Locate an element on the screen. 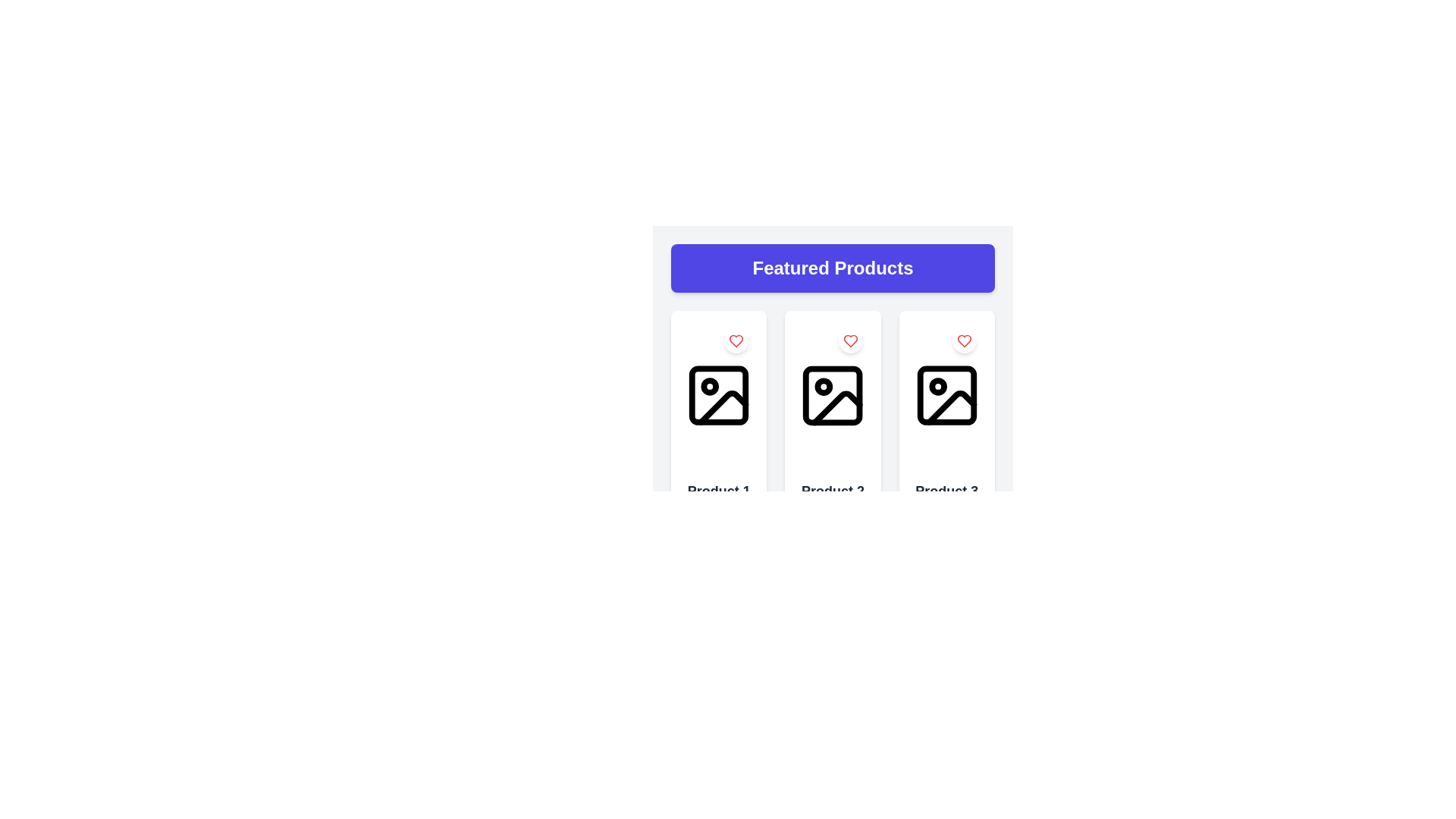 This screenshot has width=1456, height=819. the decorative circle indicating a highlighted feature within the icon of 'Product 3' in the 'Featured Products' section is located at coordinates (937, 386).